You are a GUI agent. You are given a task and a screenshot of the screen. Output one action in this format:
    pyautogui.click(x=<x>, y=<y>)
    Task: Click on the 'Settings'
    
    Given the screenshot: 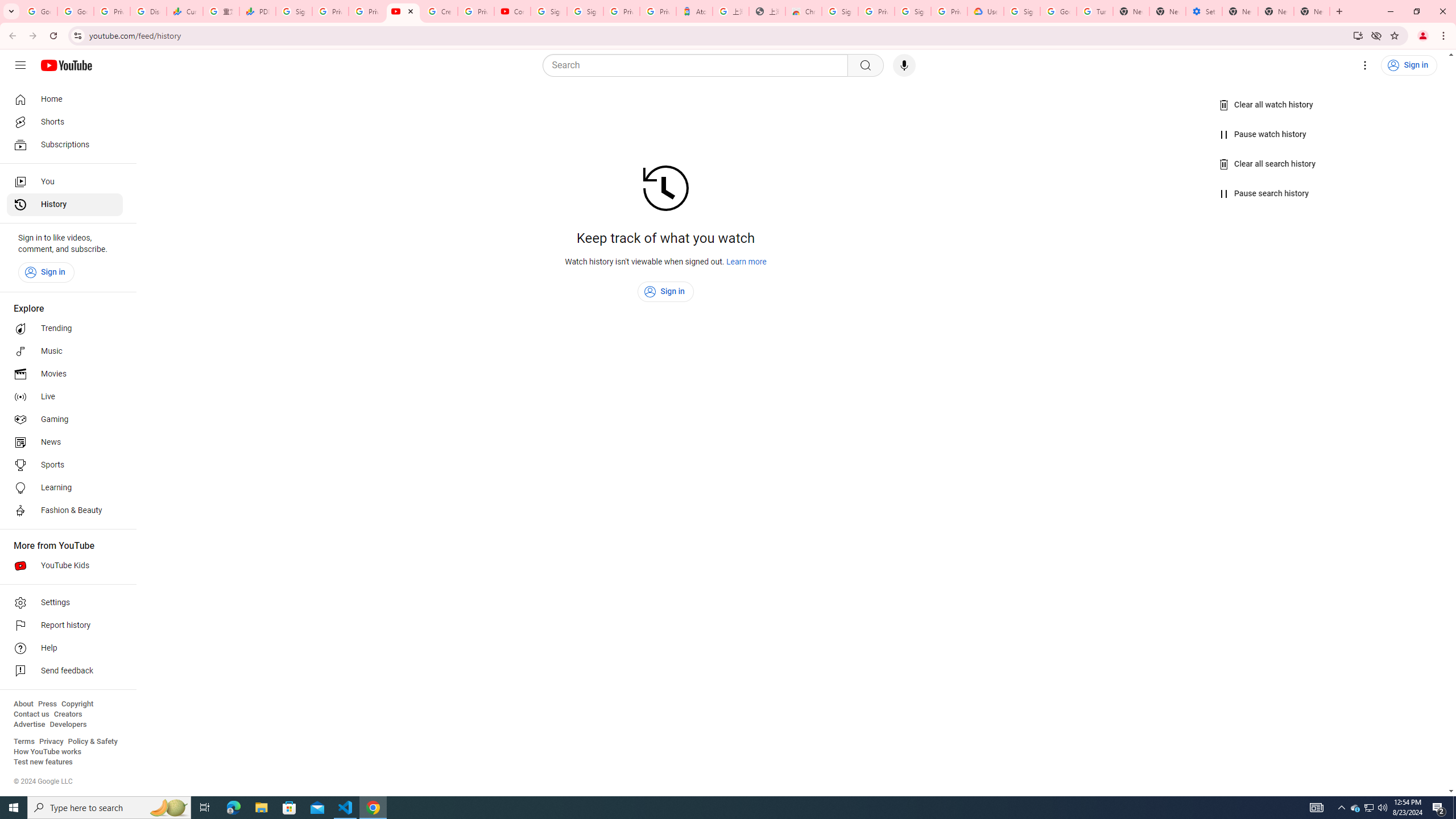 What is the action you would take?
    pyautogui.click(x=64, y=602)
    